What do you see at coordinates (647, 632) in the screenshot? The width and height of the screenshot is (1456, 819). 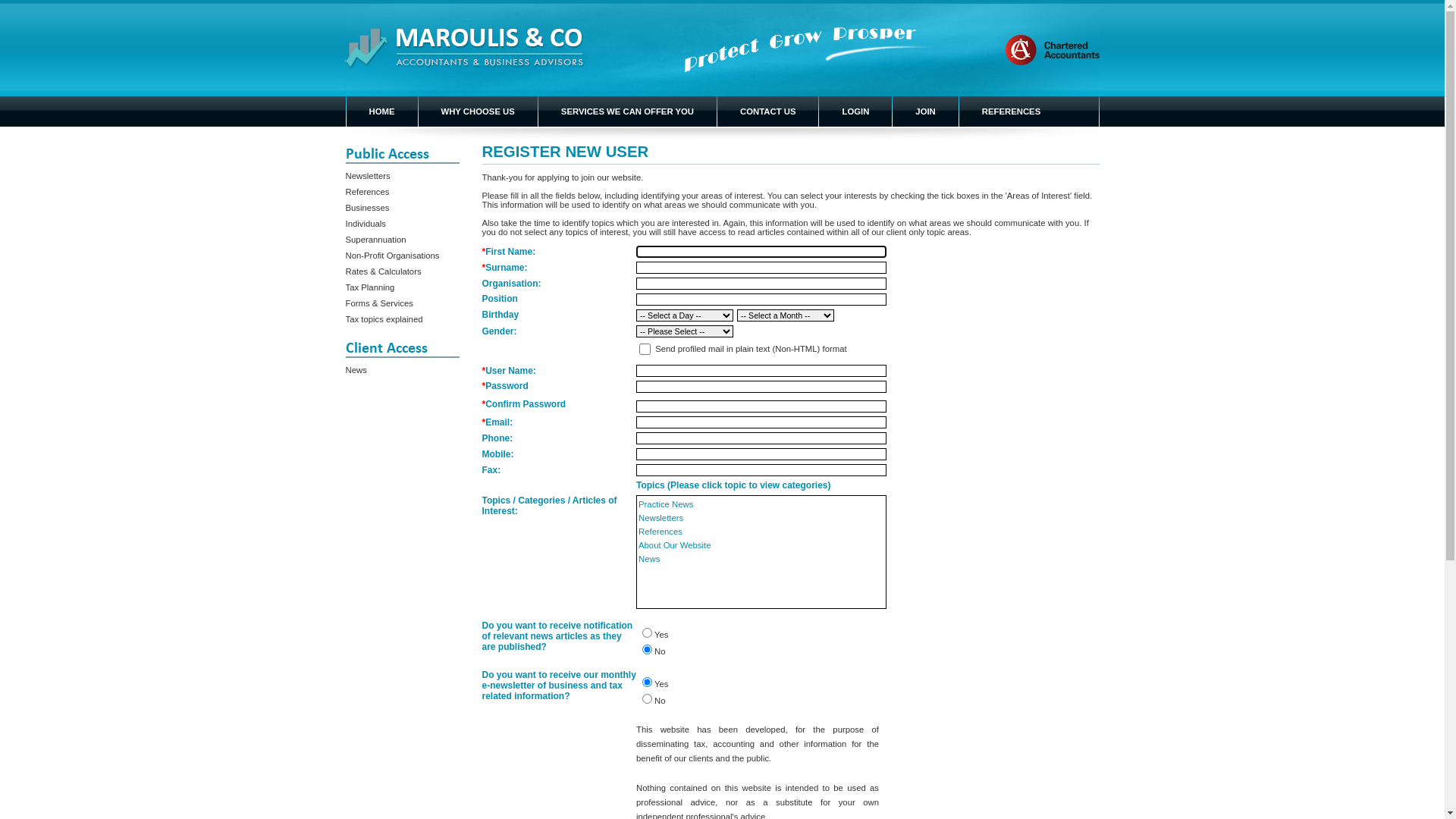 I see `'Yes'` at bounding box center [647, 632].